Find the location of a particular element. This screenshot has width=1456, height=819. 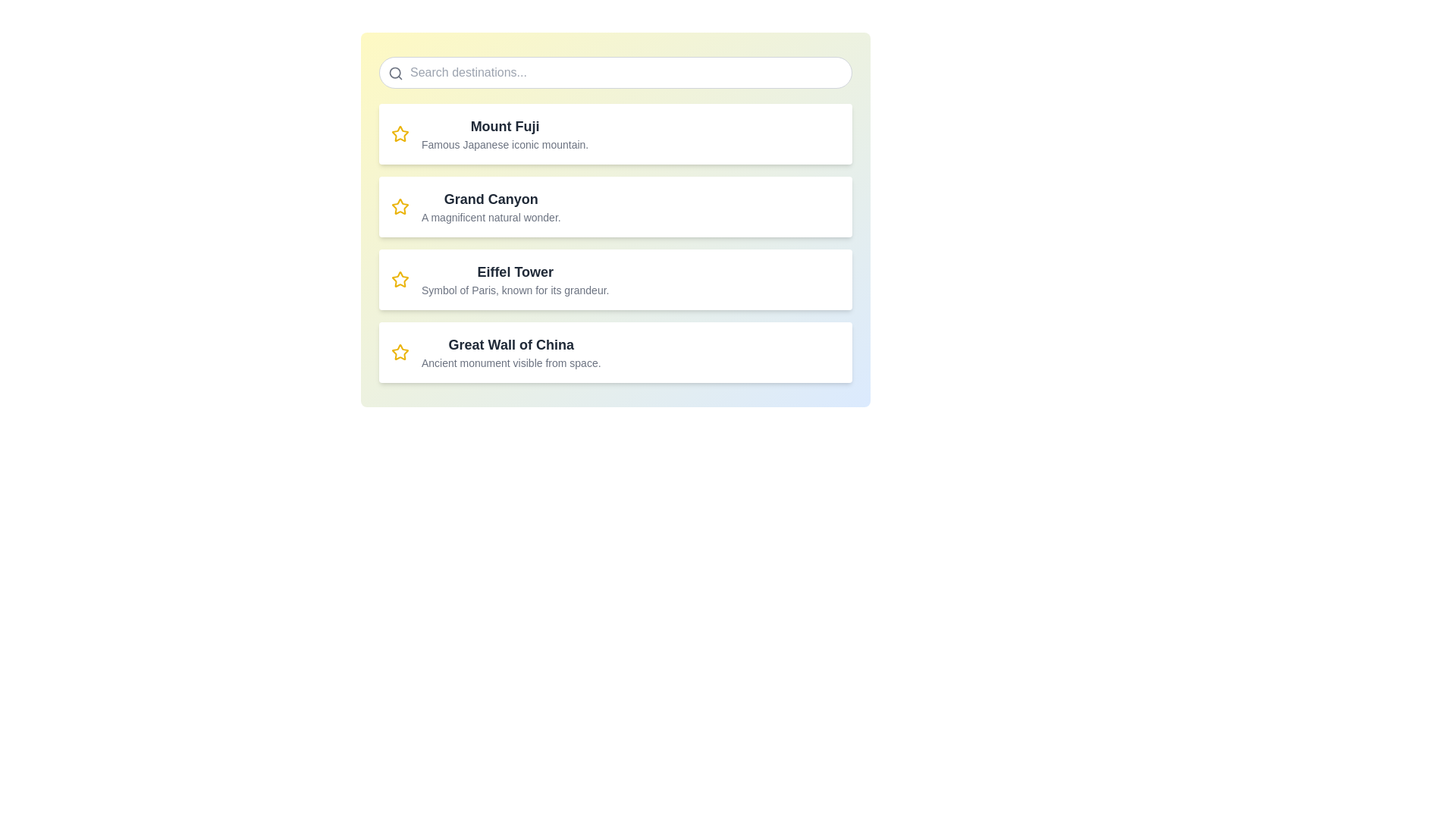

the card containing the Text block about the Great Wall of China, which is the fourth item in the vertical list, and includes a star icon preceding the text is located at coordinates (511, 353).